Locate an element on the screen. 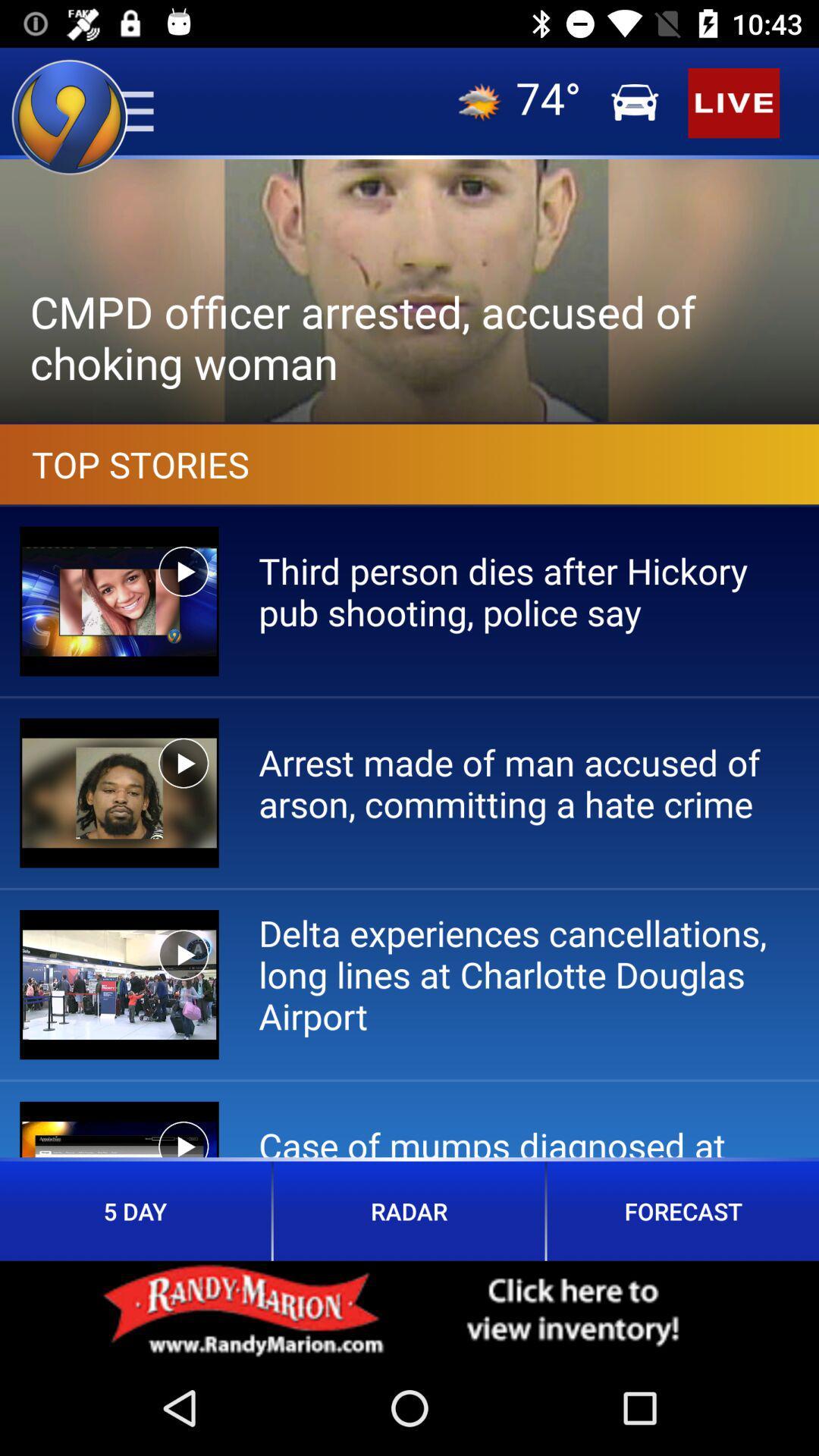  the location icon is located at coordinates (70, 117).